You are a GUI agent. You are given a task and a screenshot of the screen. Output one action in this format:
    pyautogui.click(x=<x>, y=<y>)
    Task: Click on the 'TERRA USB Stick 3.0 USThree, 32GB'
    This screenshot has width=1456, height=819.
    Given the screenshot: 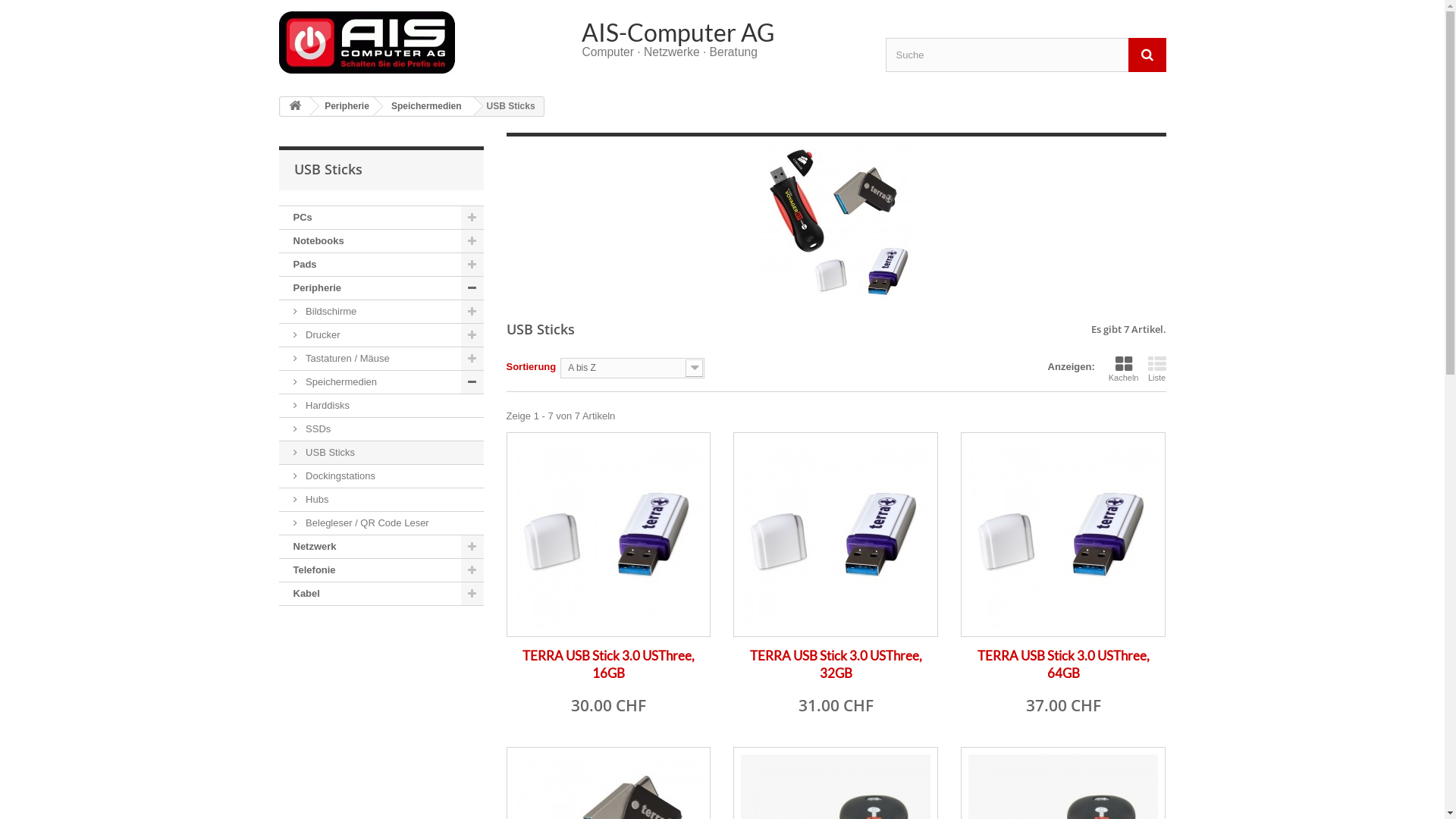 What is the action you would take?
    pyautogui.click(x=835, y=534)
    